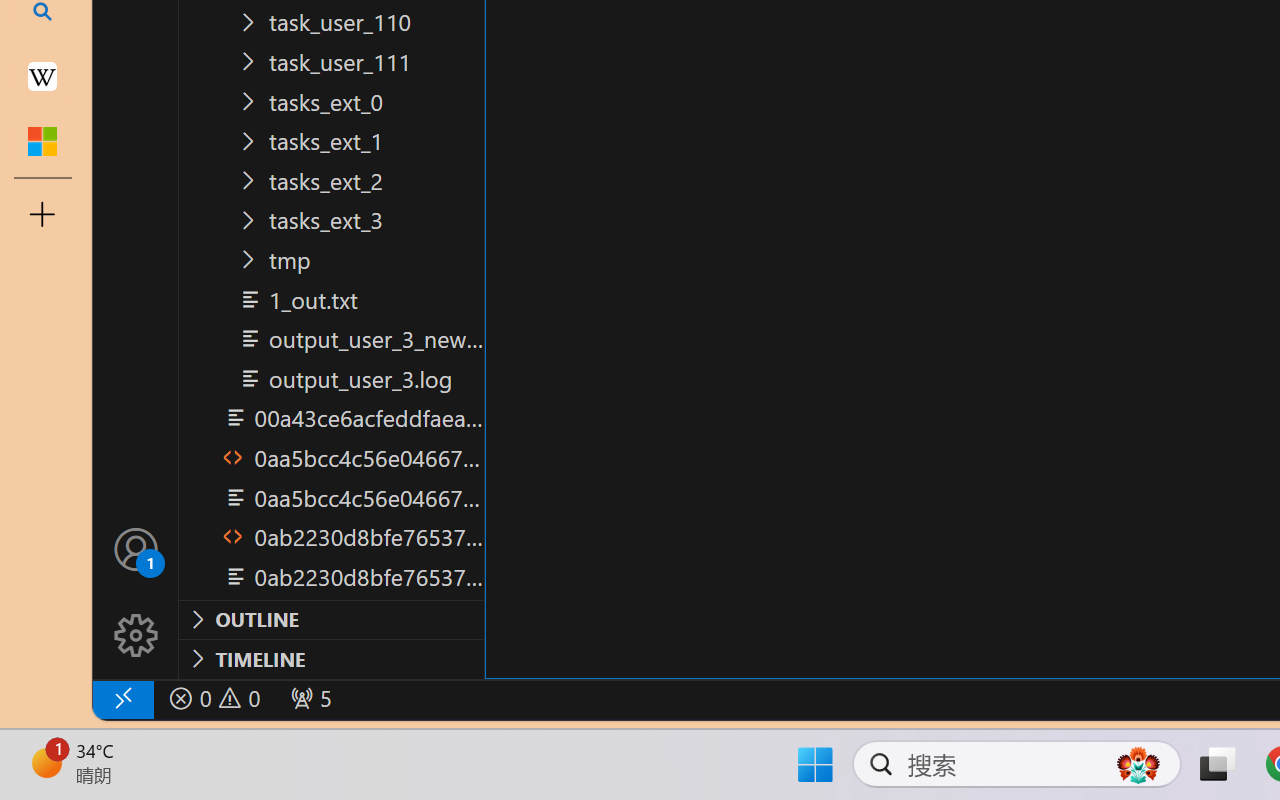  What do you see at coordinates (308, 698) in the screenshot?
I see `'Forwarded Ports: 36301, 47065, 38781, 45817, 50331'` at bounding box center [308, 698].